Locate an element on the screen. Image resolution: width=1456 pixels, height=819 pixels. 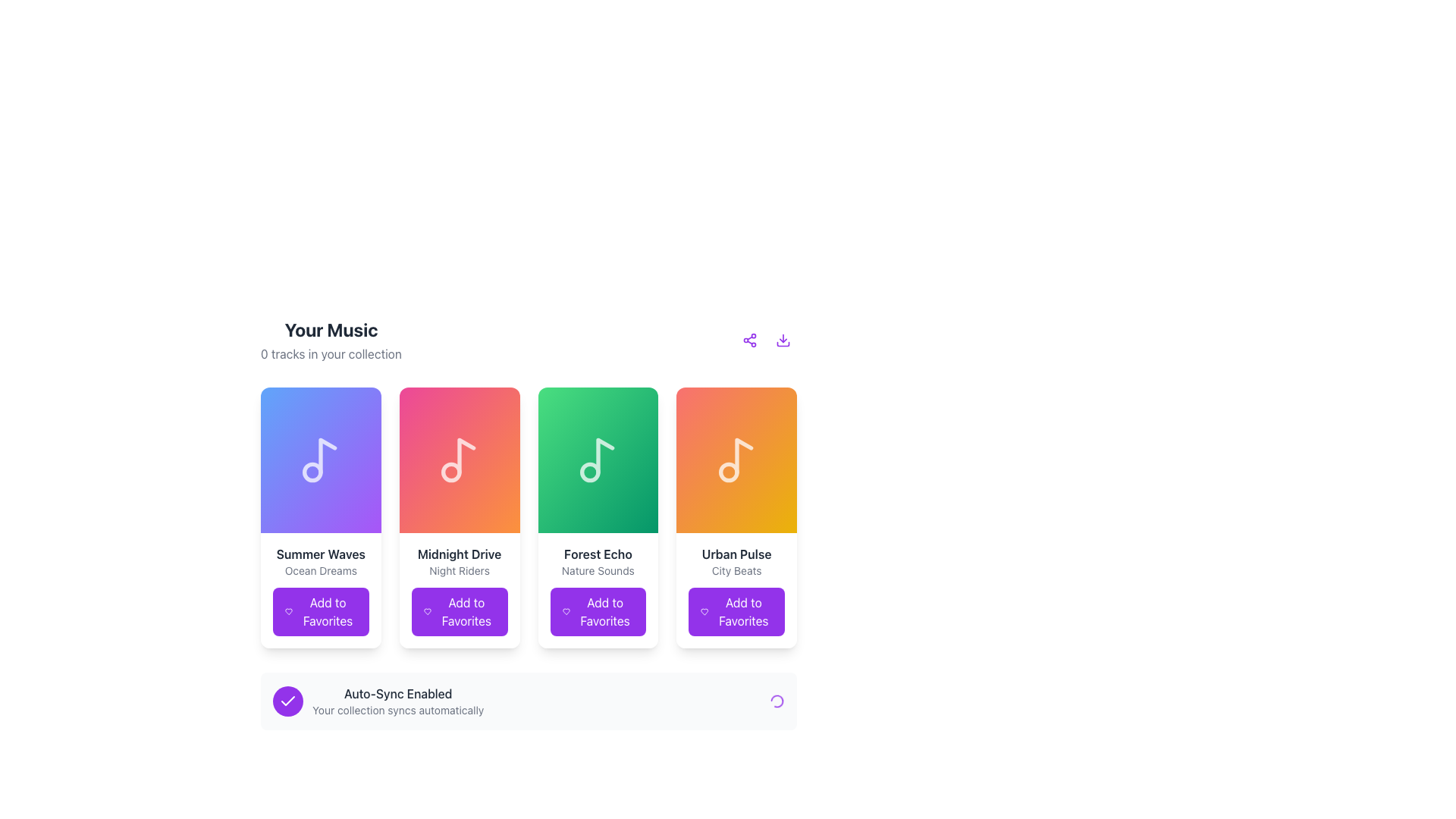
the static text element displaying 'Ocean Dreams' which is located under 'Summer Waves' and above the 'Add to Favorites' button within the first card of a horizontal list is located at coordinates (320, 570).